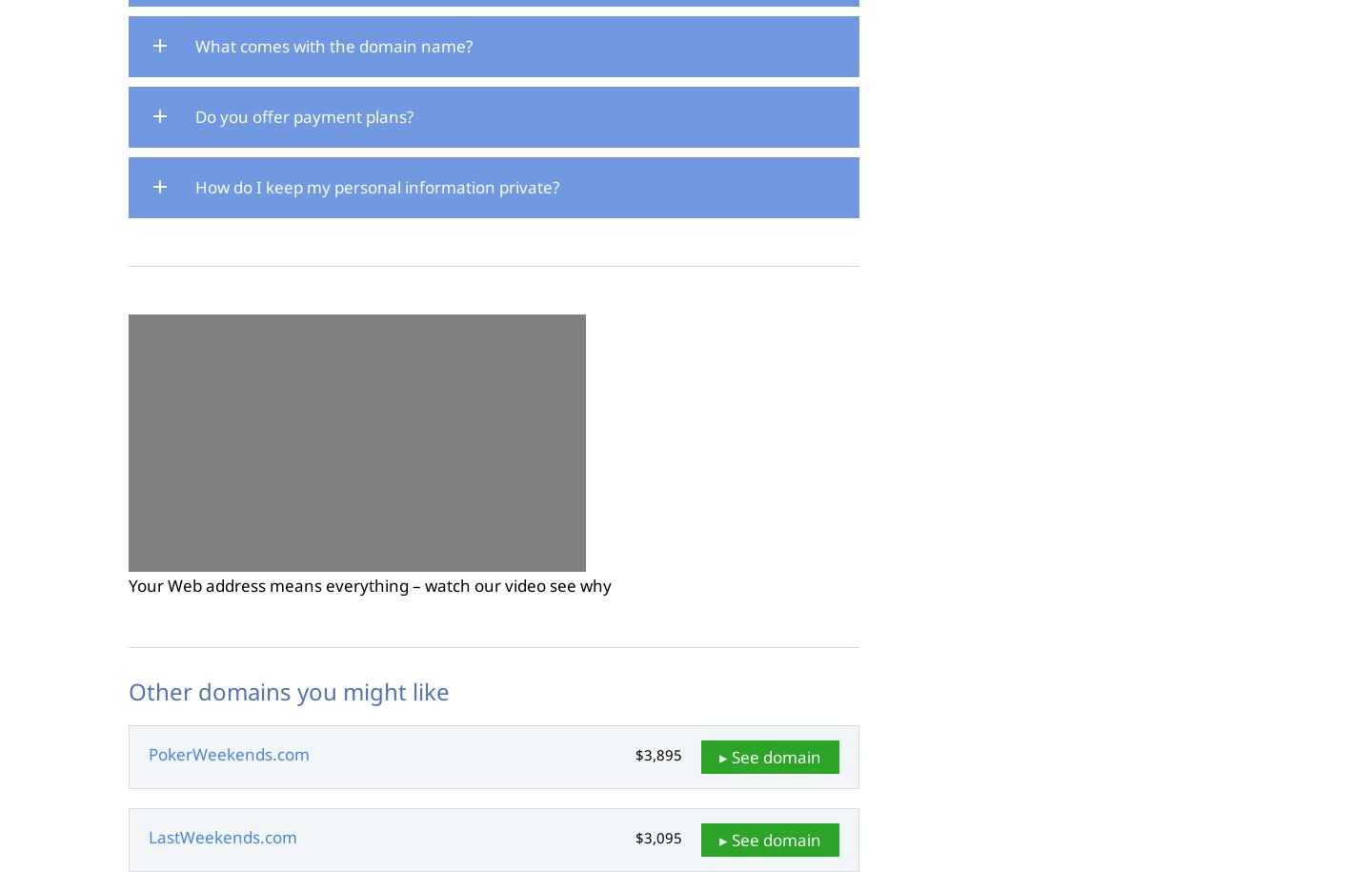 The width and height of the screenshot is (1372, 872). What do you see at coordinates (289, 691) in the screenshot?
I see `'Other domains you might like'` at bounding box center [289, 691].